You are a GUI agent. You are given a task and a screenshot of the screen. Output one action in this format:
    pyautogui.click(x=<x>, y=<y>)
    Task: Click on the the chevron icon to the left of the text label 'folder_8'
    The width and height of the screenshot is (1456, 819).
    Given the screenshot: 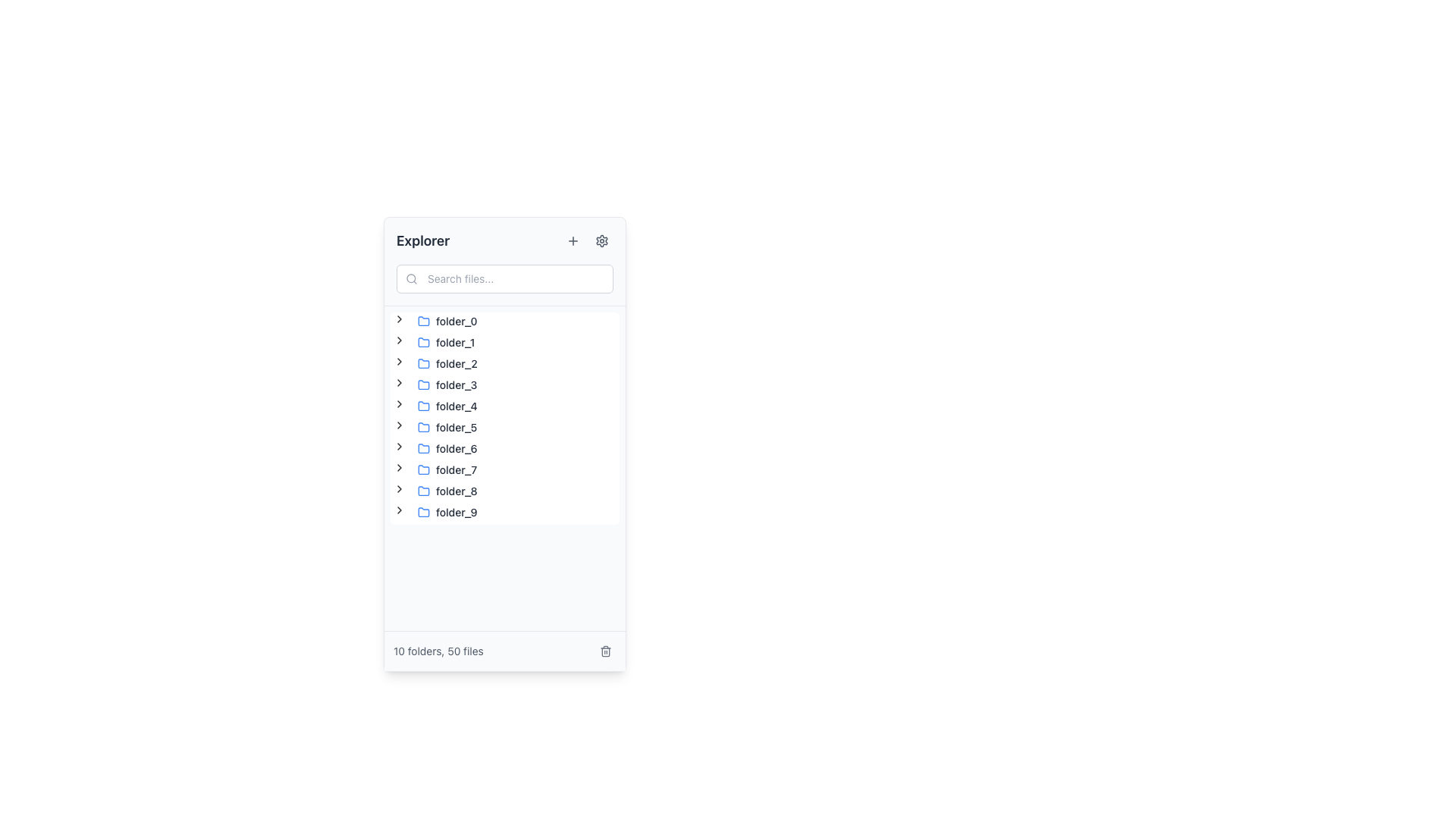 What is the action you would take?
    pyautogui.click(x=400, y=491)
    